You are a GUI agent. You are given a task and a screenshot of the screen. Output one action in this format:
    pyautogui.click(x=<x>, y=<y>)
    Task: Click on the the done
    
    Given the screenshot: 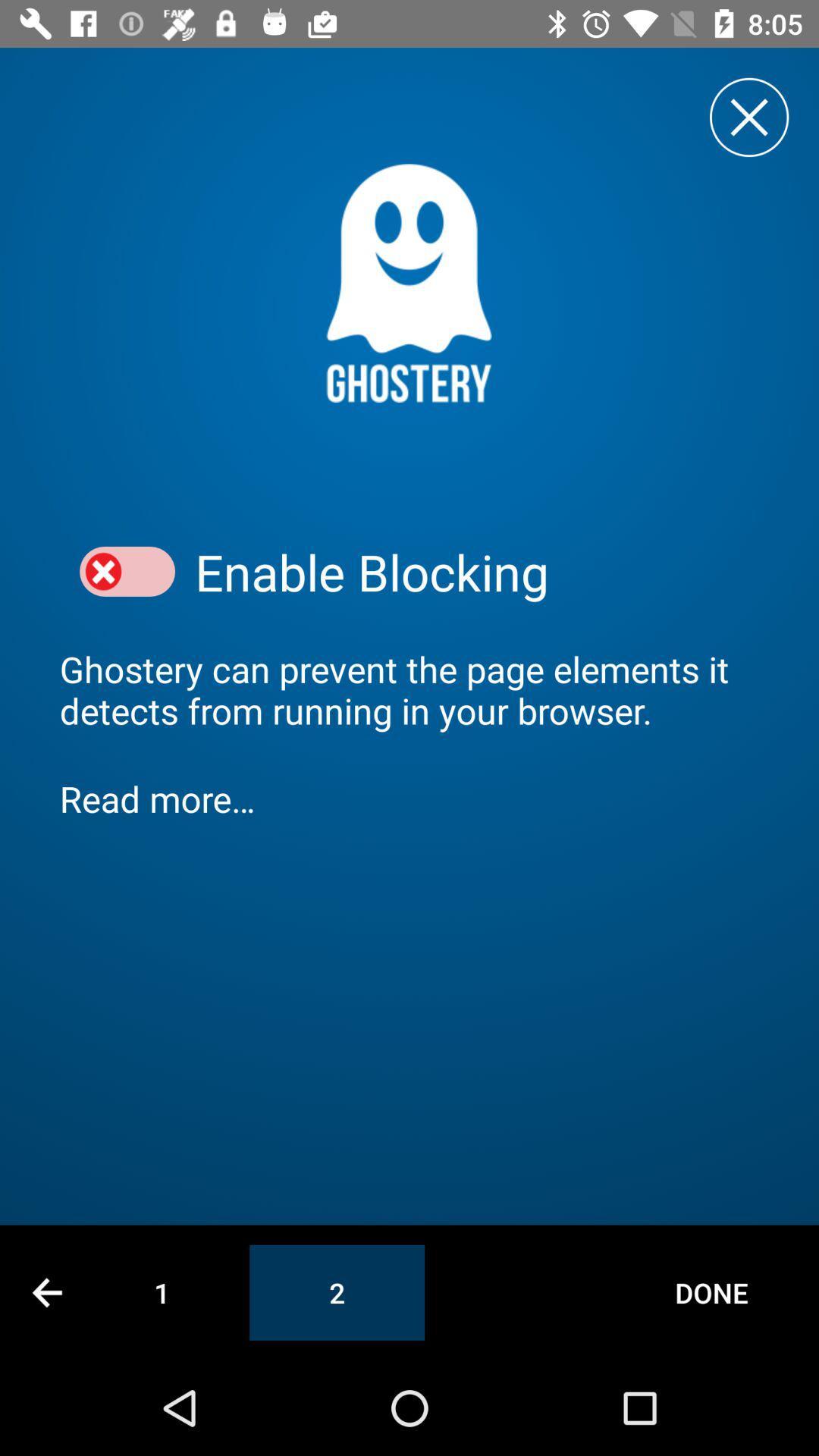 What is the action you would take?
    pyautogui.click(x=711, y=1291)
    